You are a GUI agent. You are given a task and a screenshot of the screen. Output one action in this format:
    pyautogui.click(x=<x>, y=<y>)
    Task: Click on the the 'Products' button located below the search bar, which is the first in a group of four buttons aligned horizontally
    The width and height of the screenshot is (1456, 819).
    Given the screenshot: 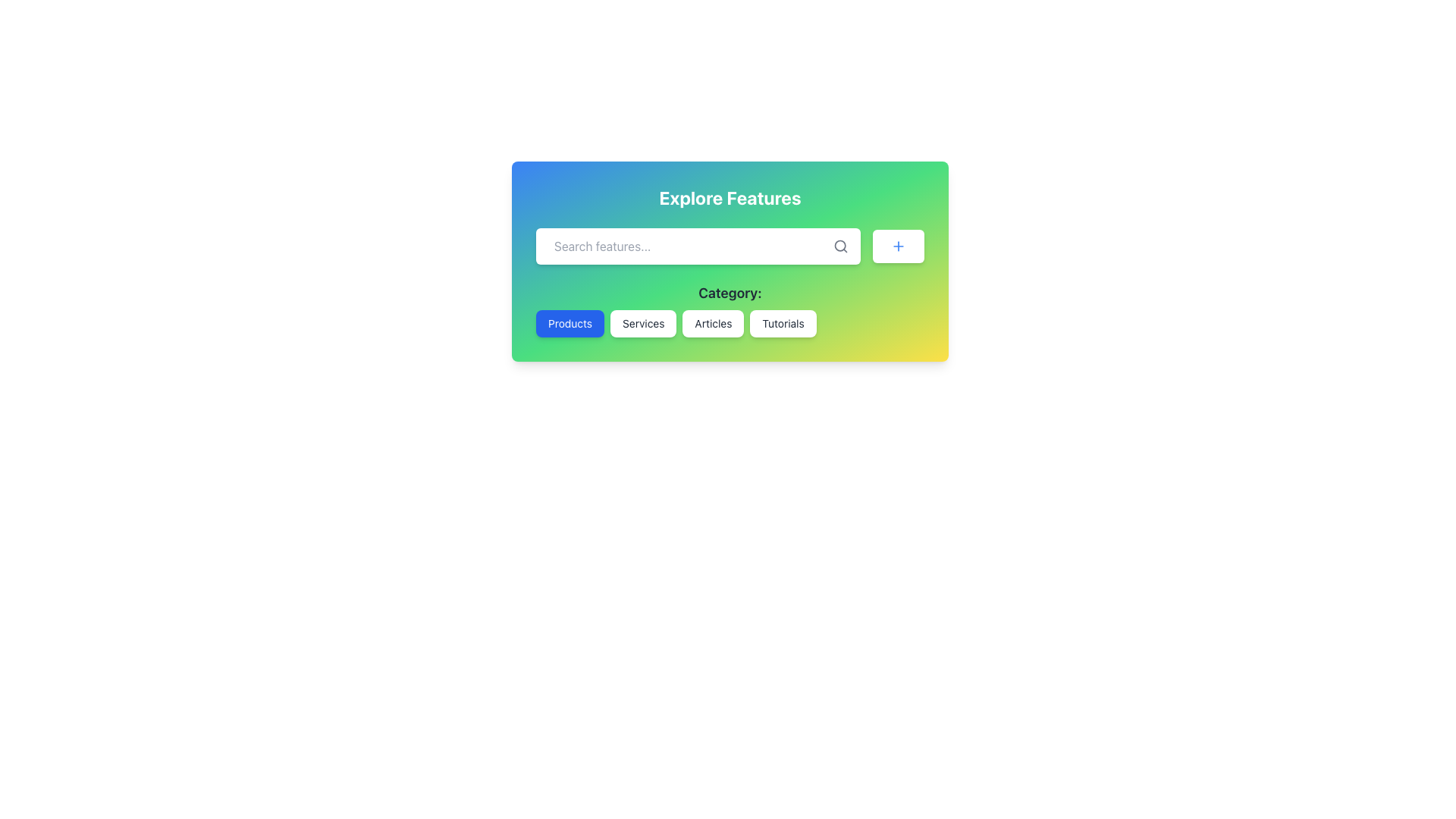 What is the action you would take?
    pyautogui.click(x=570, y=323)
    